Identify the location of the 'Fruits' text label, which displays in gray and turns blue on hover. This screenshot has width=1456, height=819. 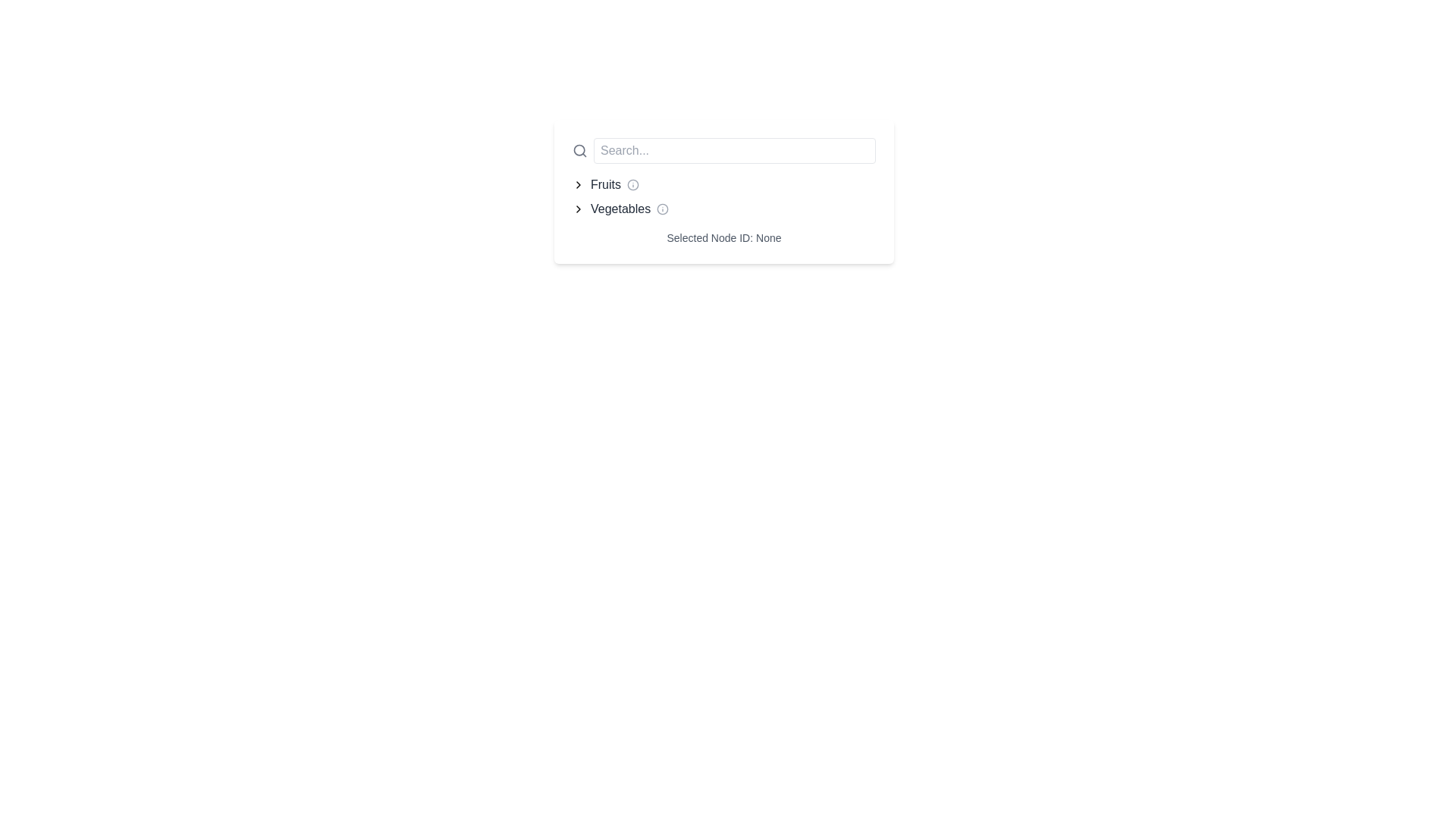
(604, 184).